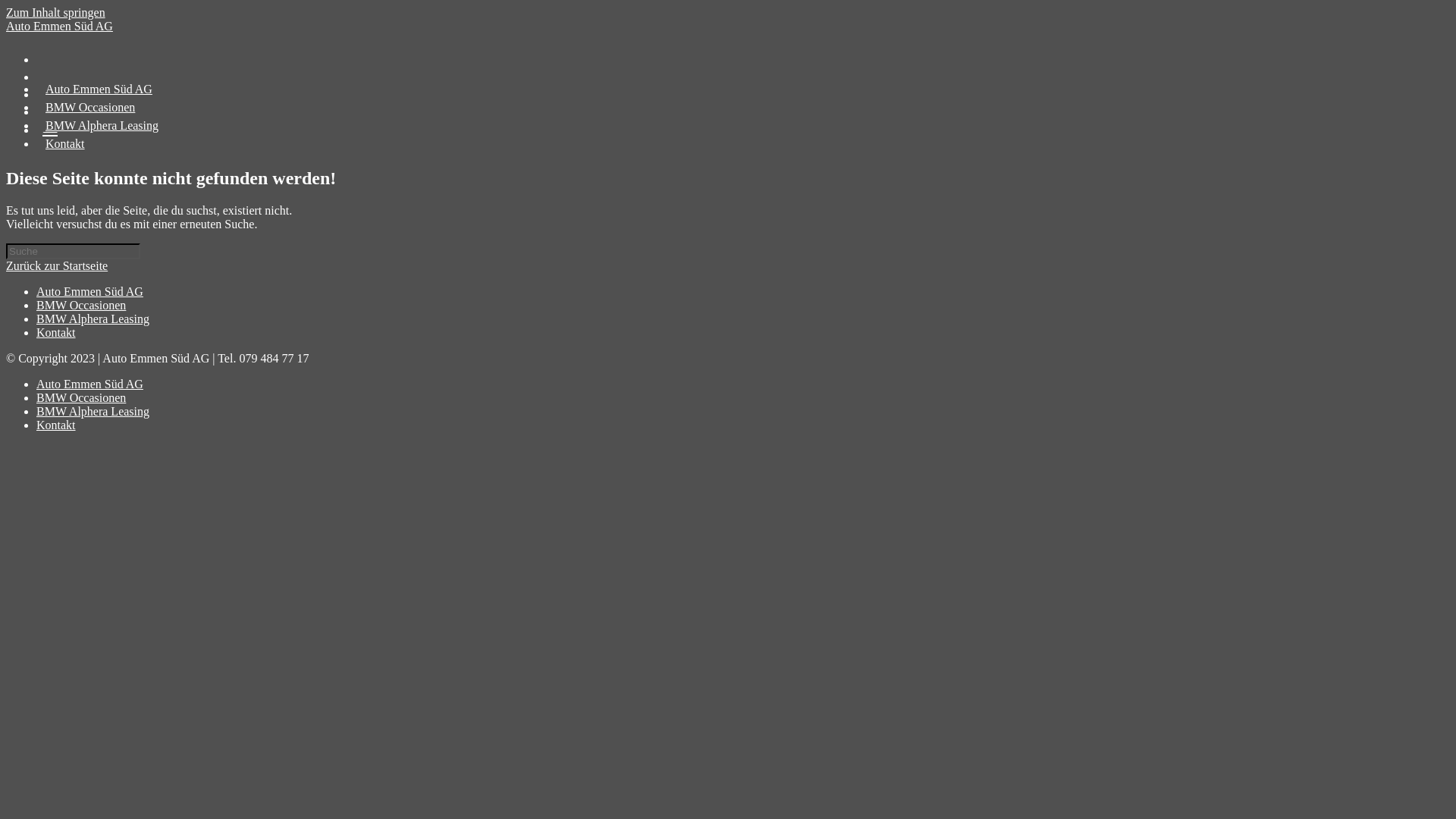  Describe the element at coordinates (6, 12) in the screenshot. I see `'Zum Inhalt springen'` at that location.